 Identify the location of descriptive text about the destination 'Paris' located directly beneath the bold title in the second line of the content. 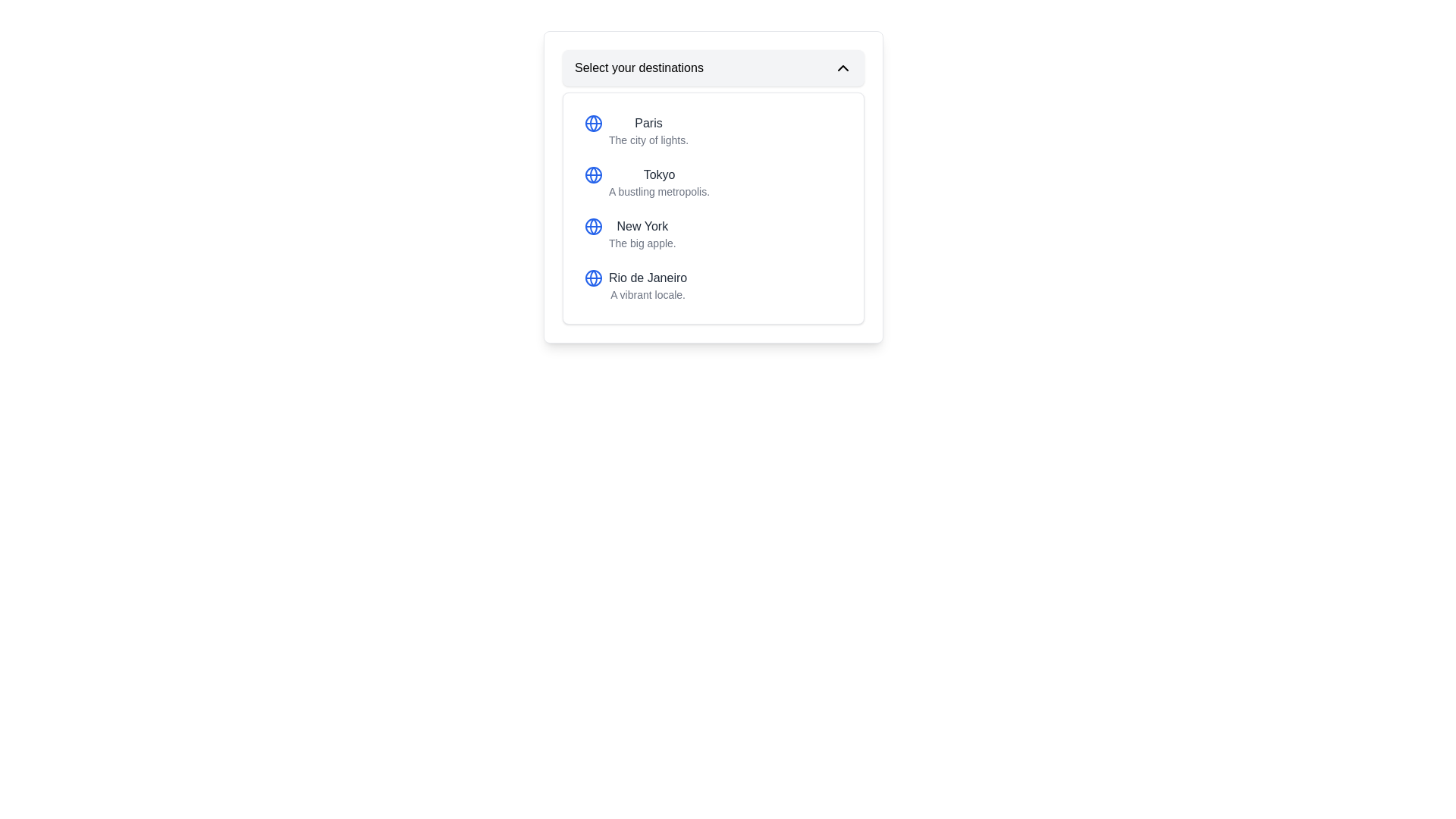
(648, 140).